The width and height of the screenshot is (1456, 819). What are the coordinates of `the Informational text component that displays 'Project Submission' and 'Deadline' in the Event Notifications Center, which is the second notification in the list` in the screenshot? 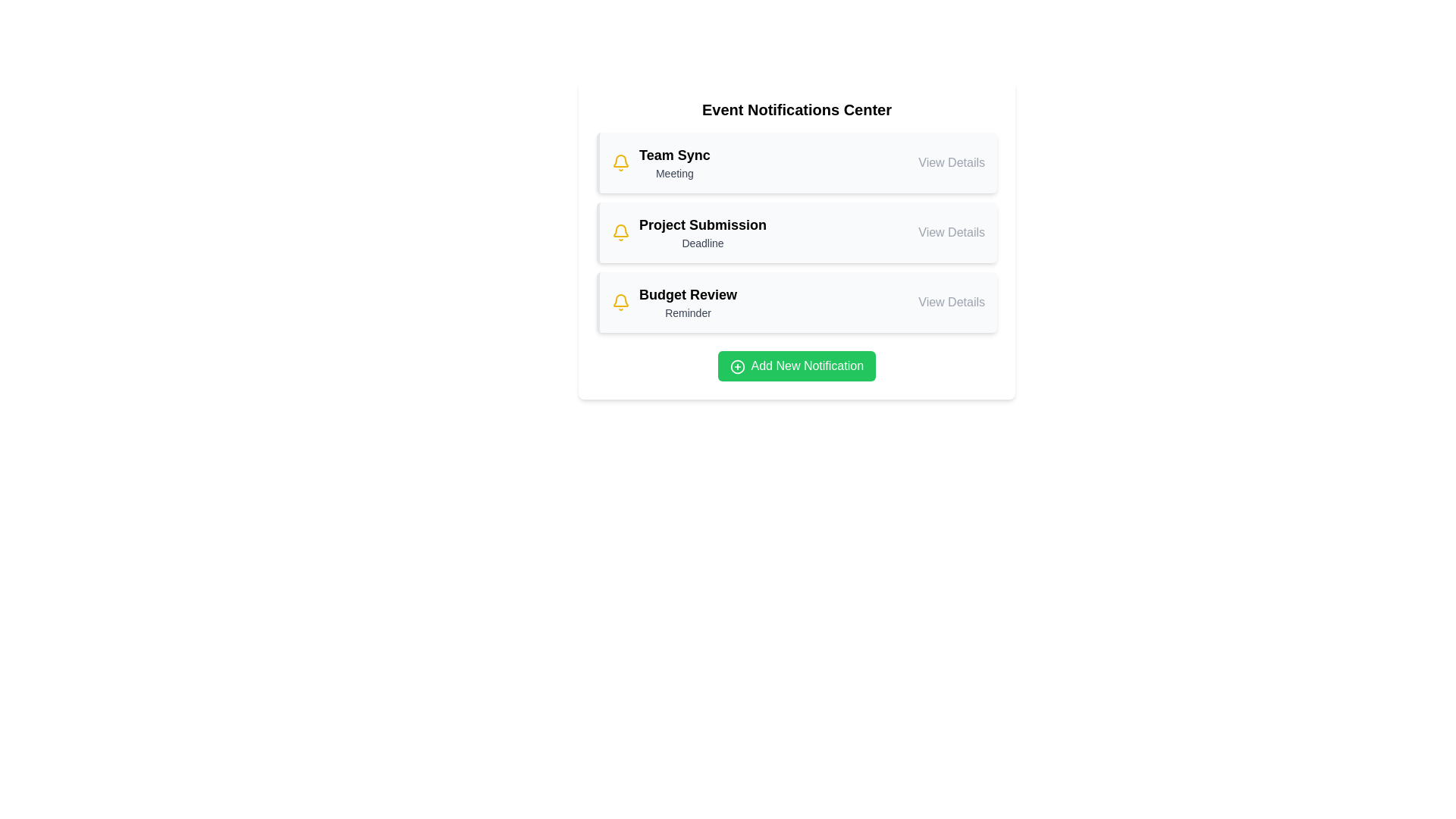 It's located at (701, 233).